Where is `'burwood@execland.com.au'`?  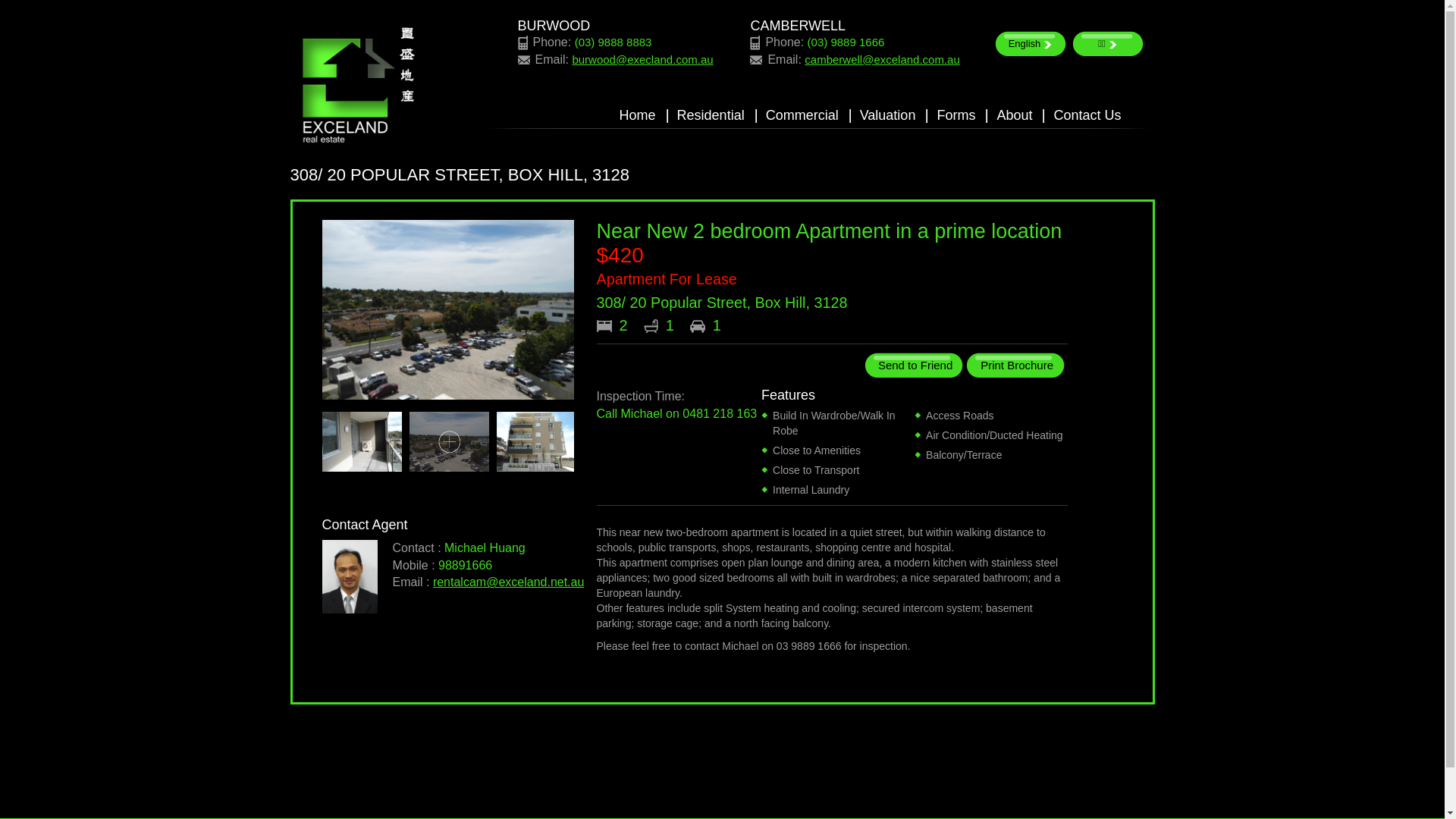 'burwood@execland.com.au' is located at coordinates (642, 58).